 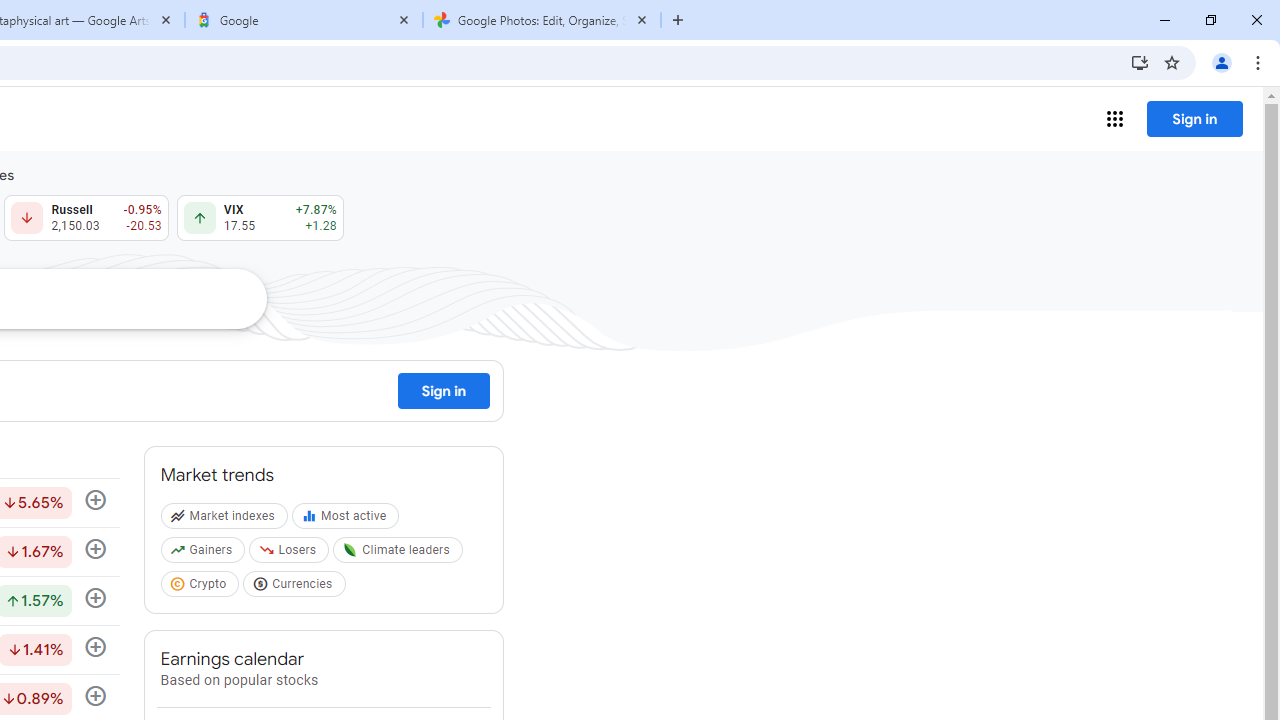 I want to click on 'Market indexes', so click(x=226, y=519).